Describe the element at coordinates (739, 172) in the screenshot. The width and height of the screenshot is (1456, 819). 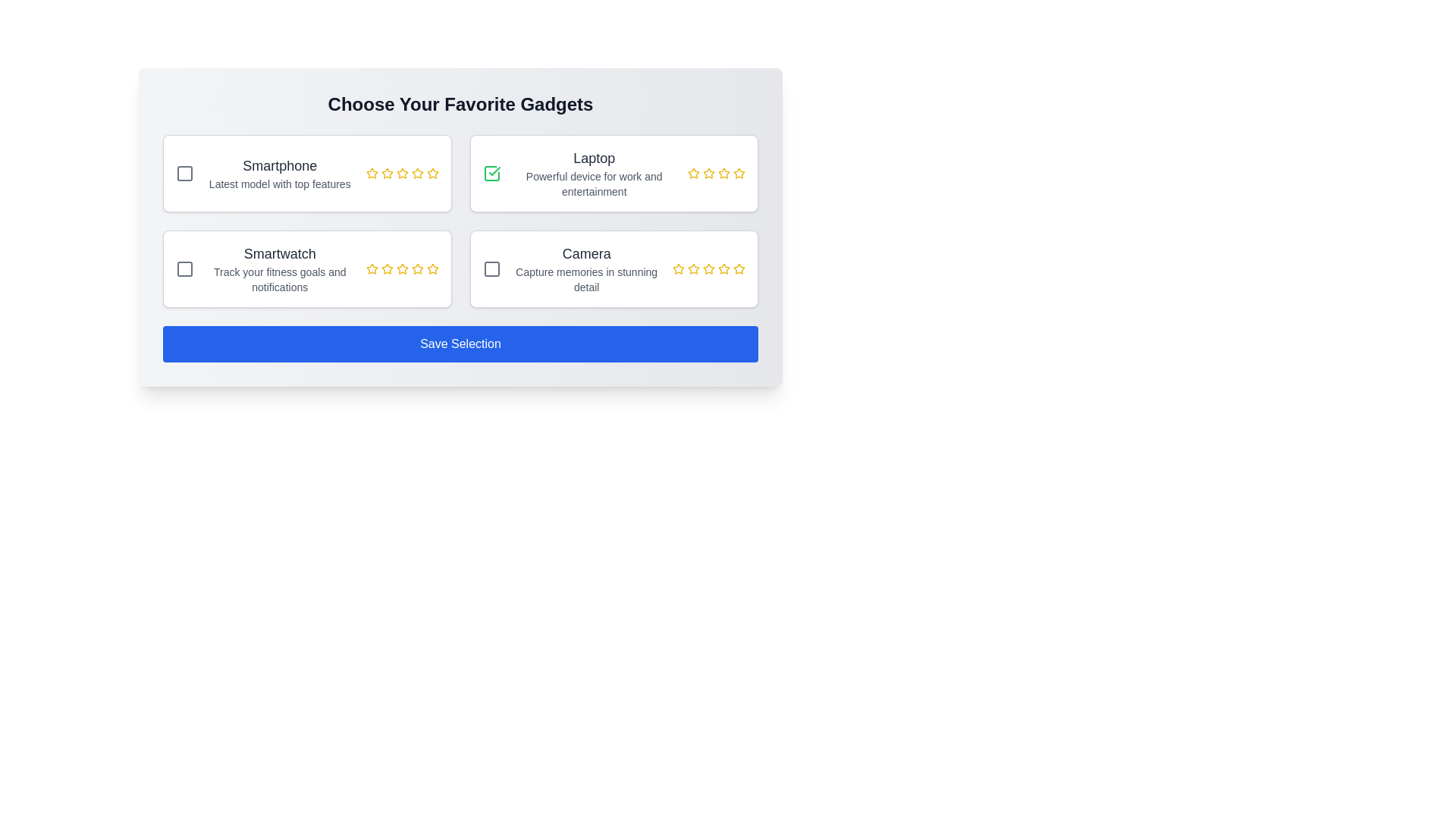
I see `the fourth star icon in the five-star rating system located beneath the 'Laptop' label` at that location.